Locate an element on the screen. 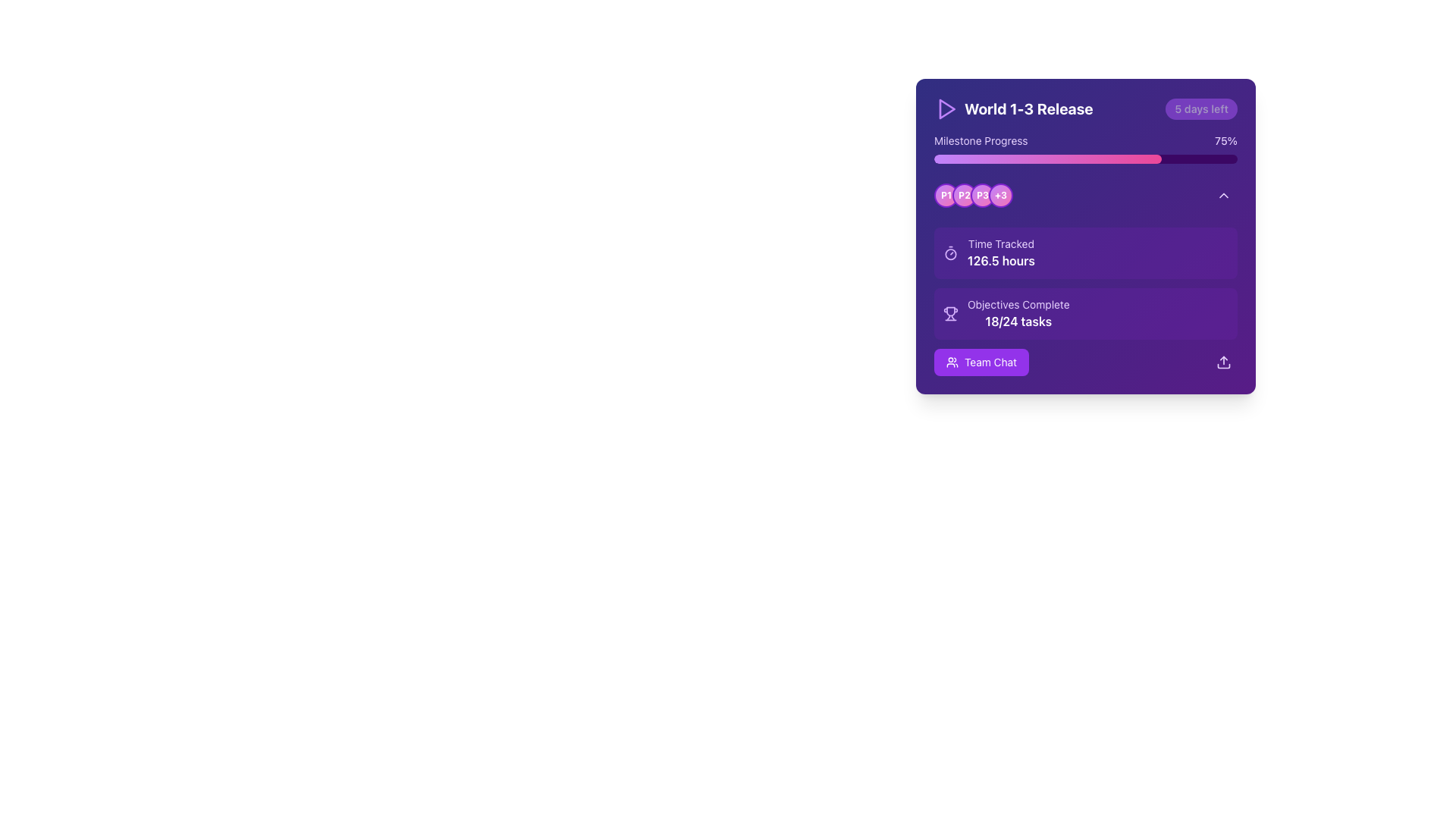  the play button located on the left side of the header area of the panel titled 'World 1-3 Release' is located at coordinates (946, 108).